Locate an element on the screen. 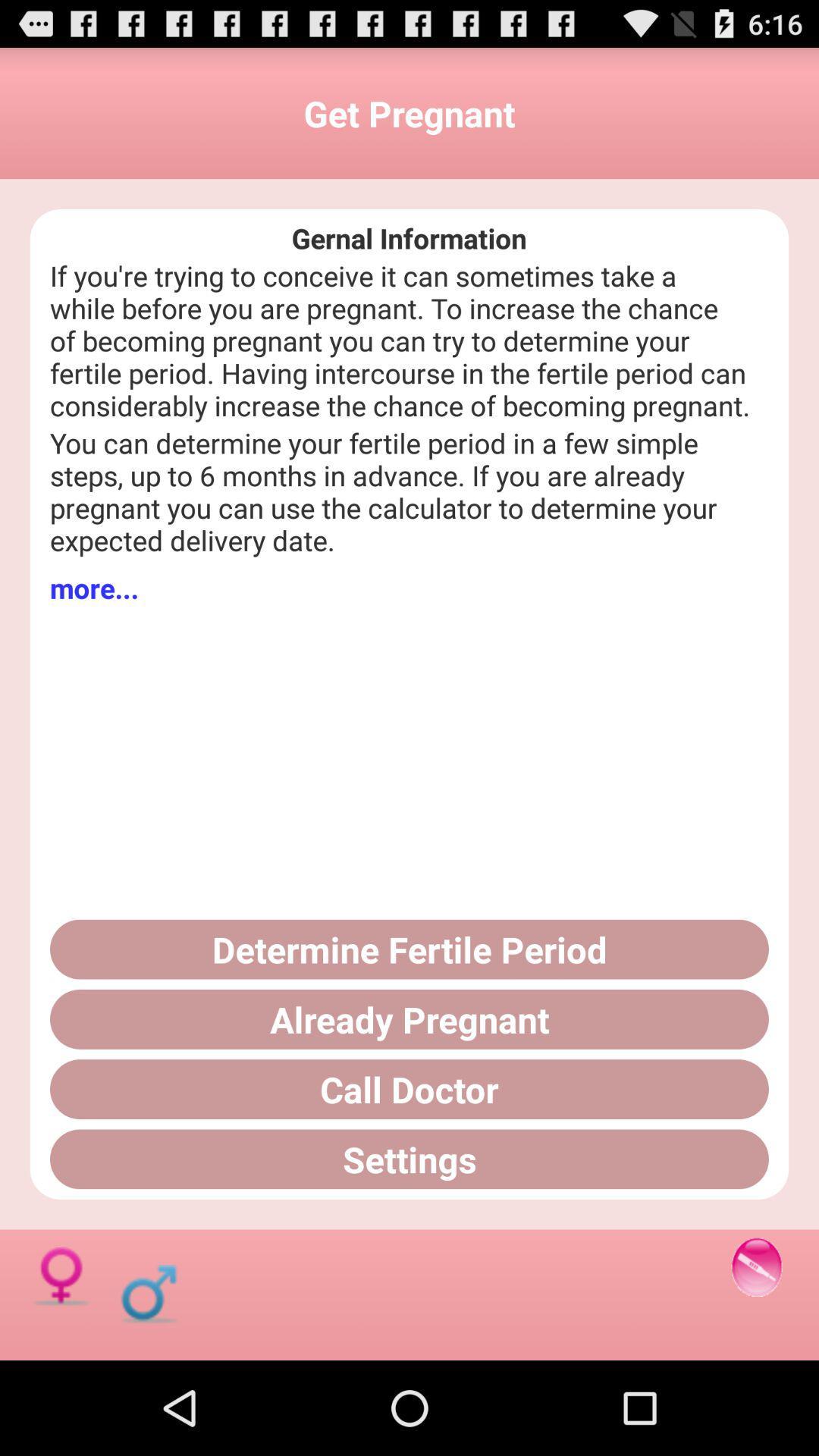 This screenshot has width=819, height=1456. the item above determine fertile period is located at coordinates (94, 587).